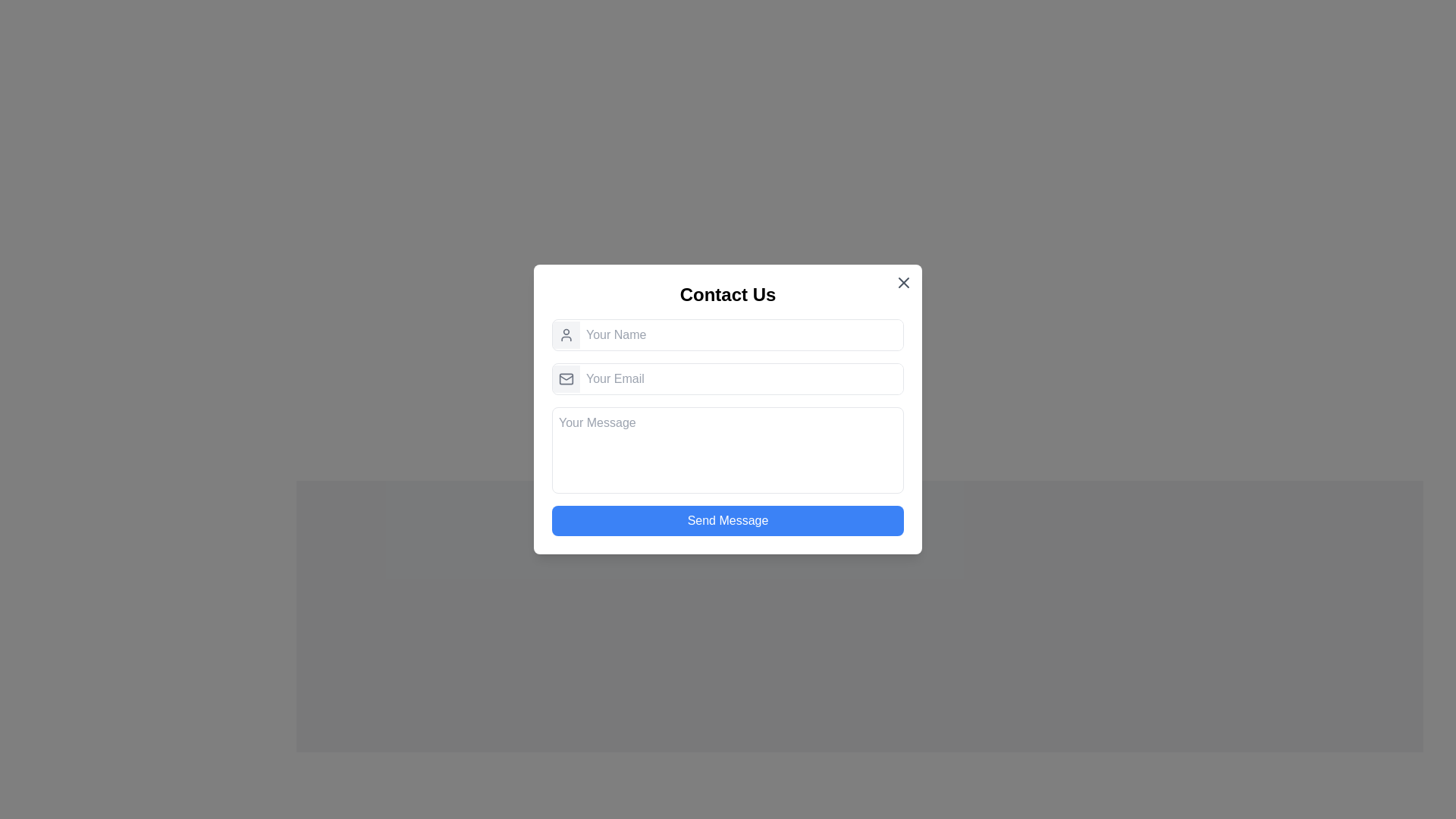 The height and width of the screenshot is (819, 1456). I want to click on the close button located at the top-right corner of the modal to trigger hover effects, so click(903, 283).